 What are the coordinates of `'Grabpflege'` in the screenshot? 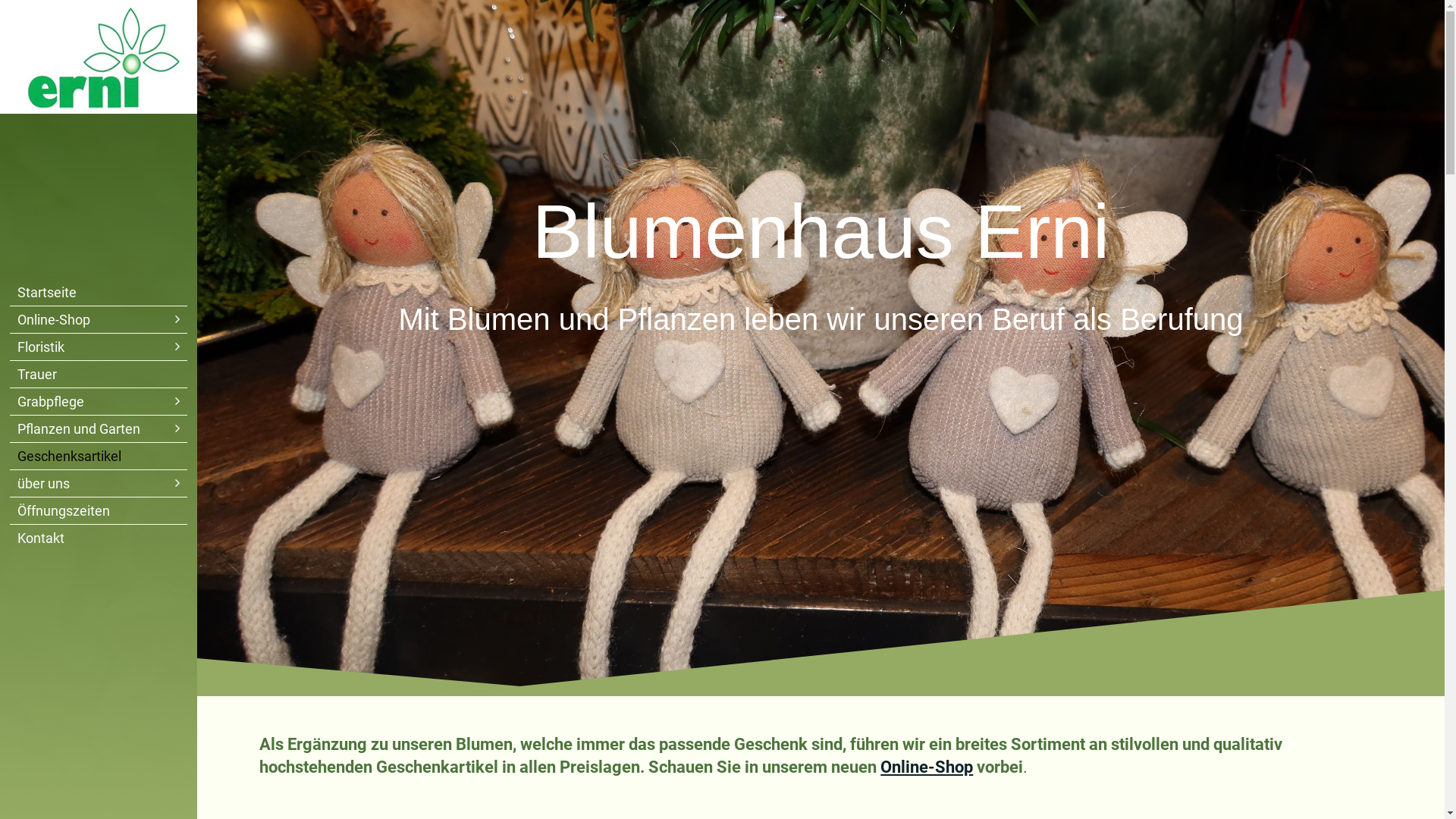 It's located at (97, 400).